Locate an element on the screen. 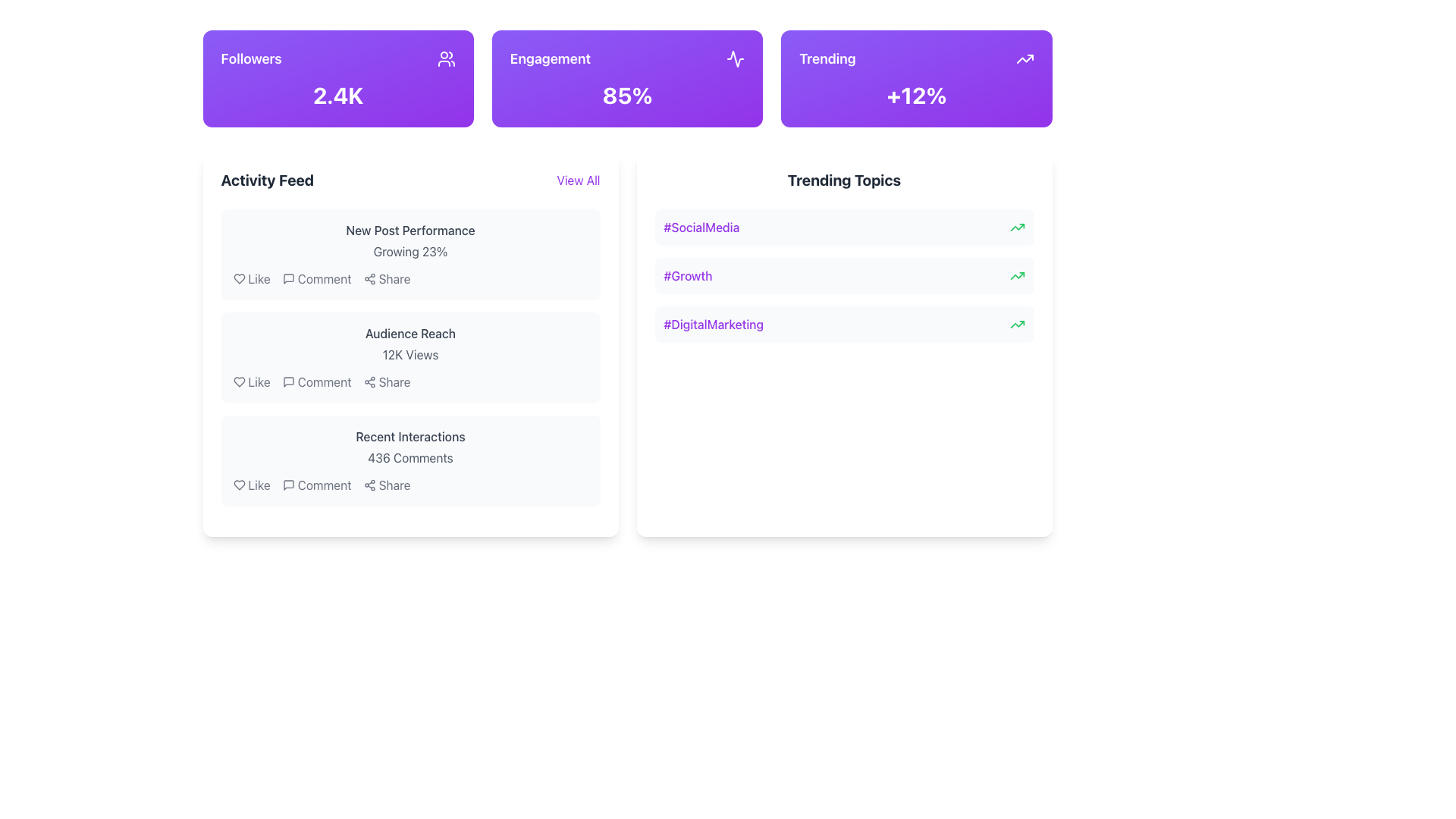 The image size is (1456, 819). the small icon resembling three connected circles arranged in a triangular form, which is part of the 'Share' button located below the 'Recent Interactions' section in the 'Activity Feed' is located at coordinates (369, 485).